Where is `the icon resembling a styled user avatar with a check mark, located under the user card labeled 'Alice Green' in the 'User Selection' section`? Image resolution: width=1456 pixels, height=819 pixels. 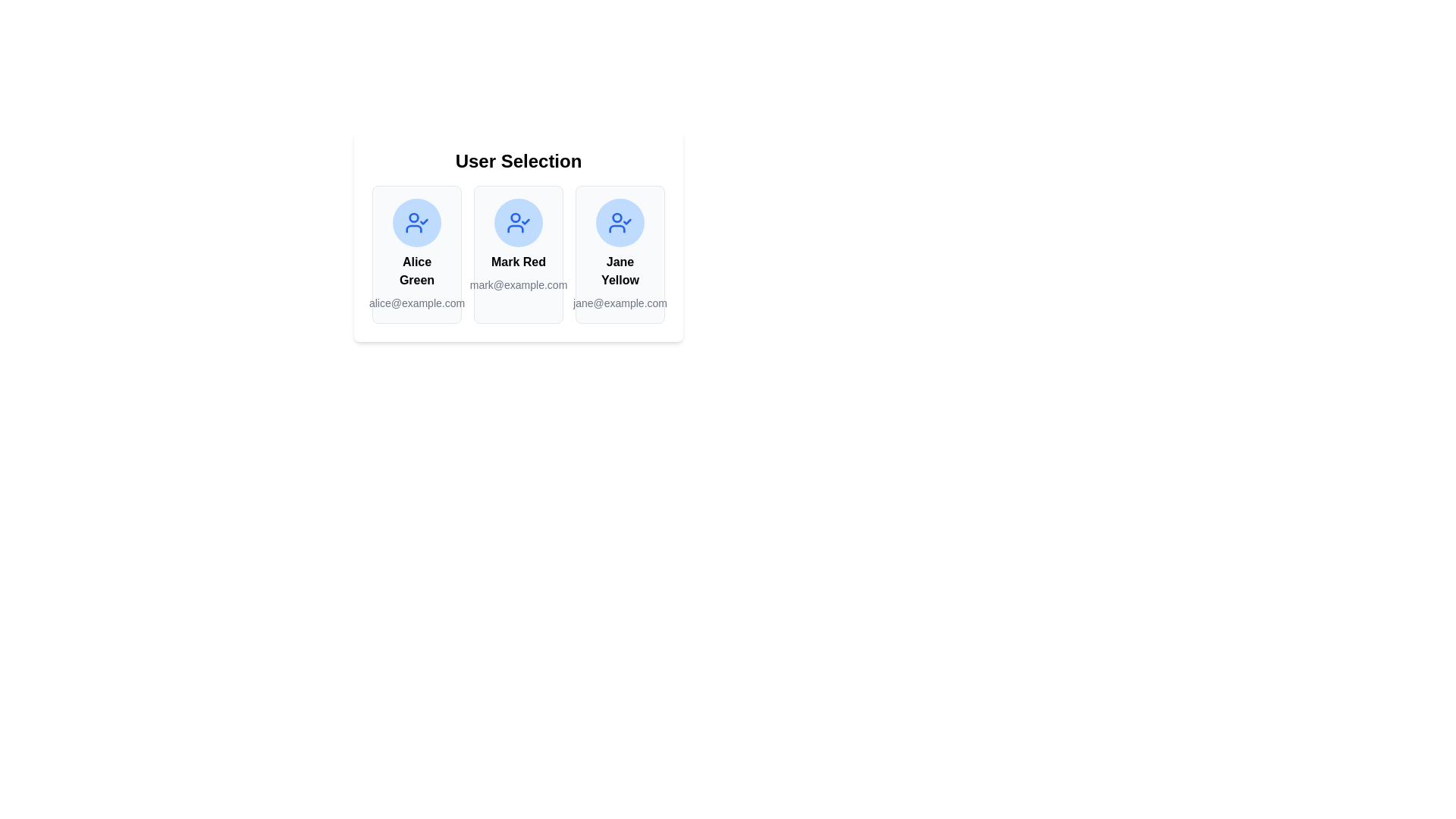 the icon resembling a styled user avatar with a check mark, located under the user card labeled 'Alice Green' in the 'User Selection' section is located at coordinates (414, 228).